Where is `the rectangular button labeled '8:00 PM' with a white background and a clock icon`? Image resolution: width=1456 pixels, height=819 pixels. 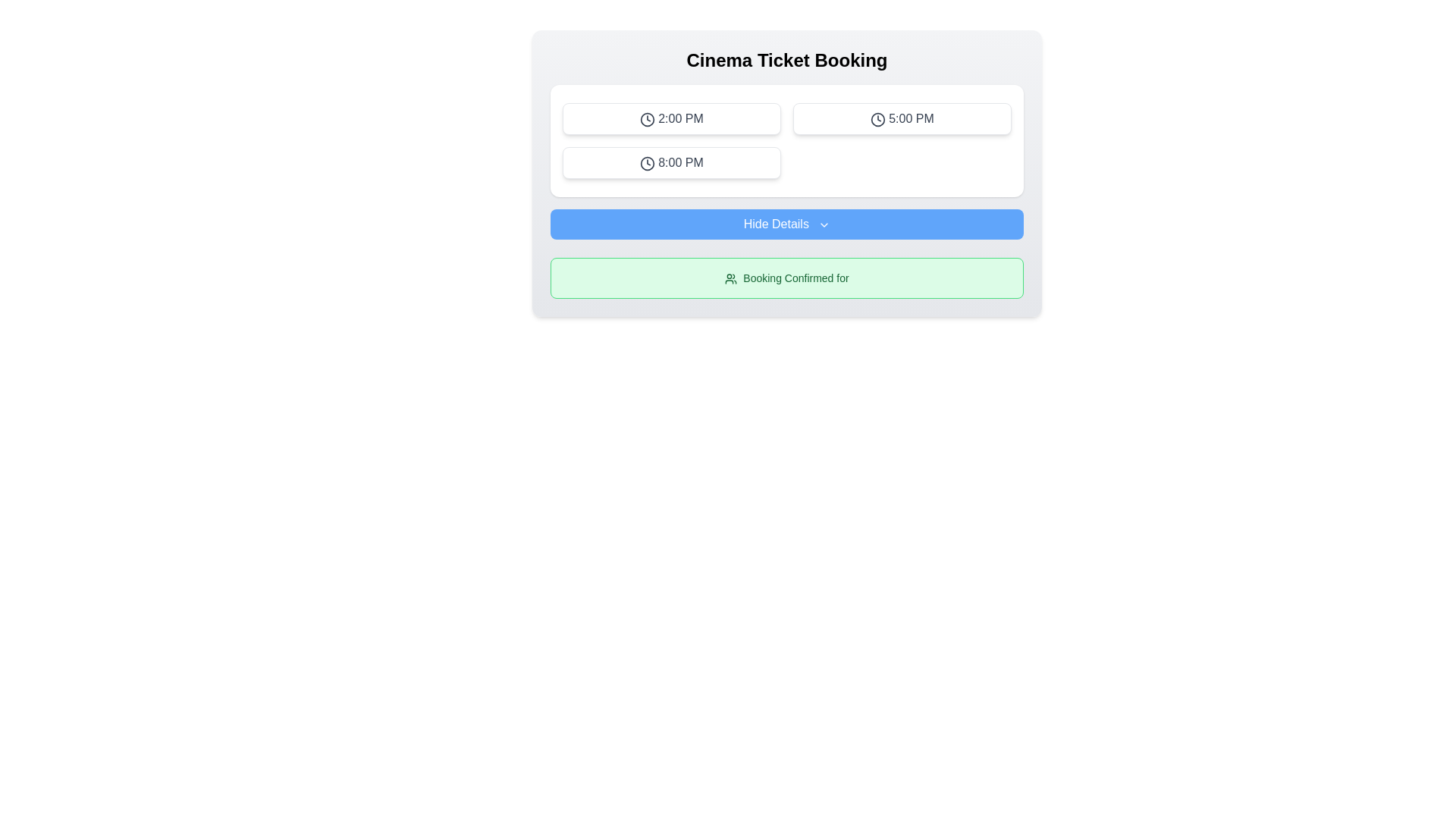
the rectangular button labeled '8:00 PM' with a white background and a clock icon is located at coordinates (671, 163).